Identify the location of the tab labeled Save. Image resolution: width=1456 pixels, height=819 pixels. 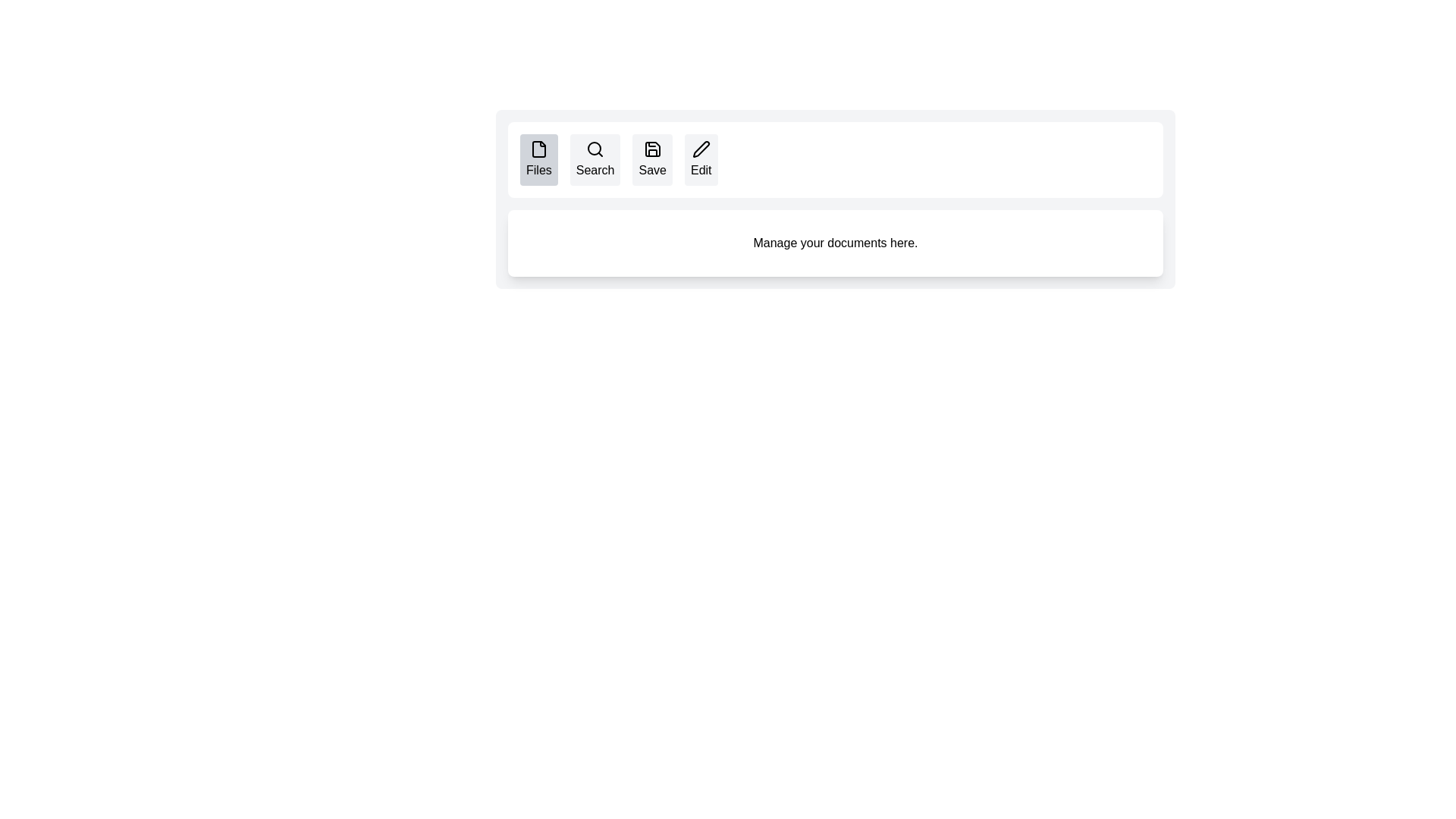
(651, 160).